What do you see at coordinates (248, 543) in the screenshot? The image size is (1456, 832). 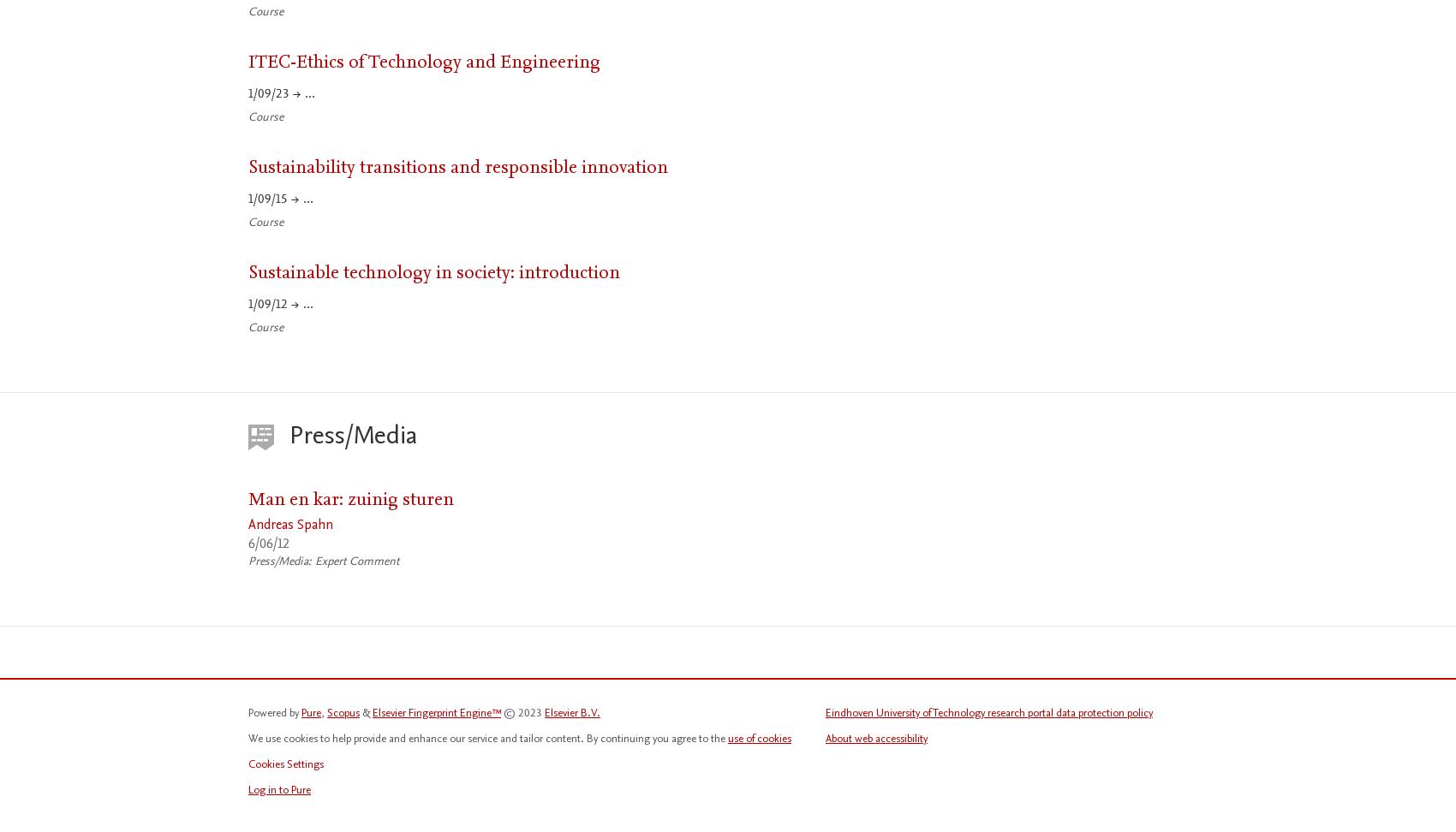 I see `'6/06/12'` at bounding box center [248, 543].